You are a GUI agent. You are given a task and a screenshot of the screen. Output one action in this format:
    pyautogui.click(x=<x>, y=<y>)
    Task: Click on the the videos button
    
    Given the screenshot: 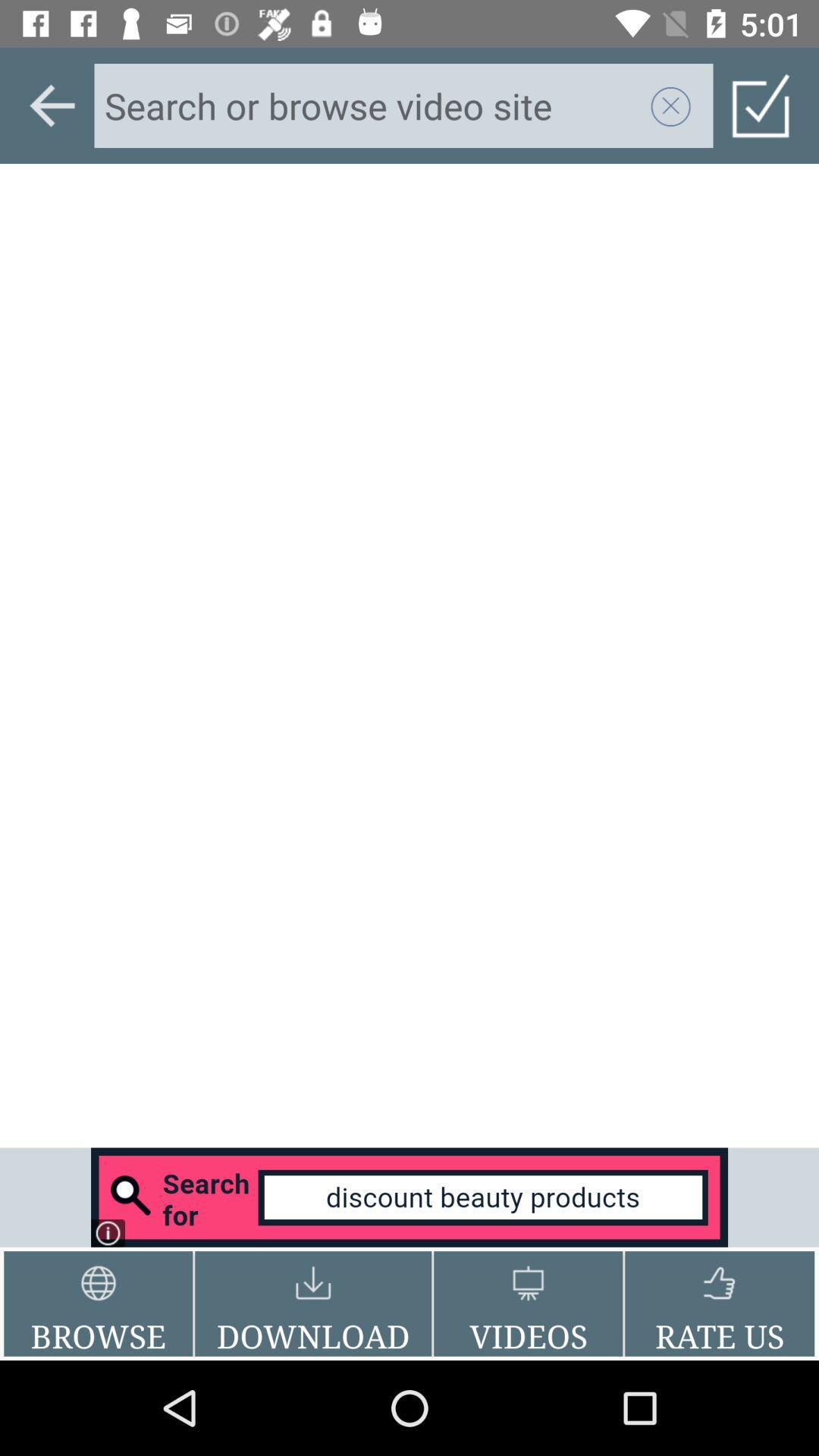 What is the action you would take?
    pyautogui.click(x=527, y=1303)
    